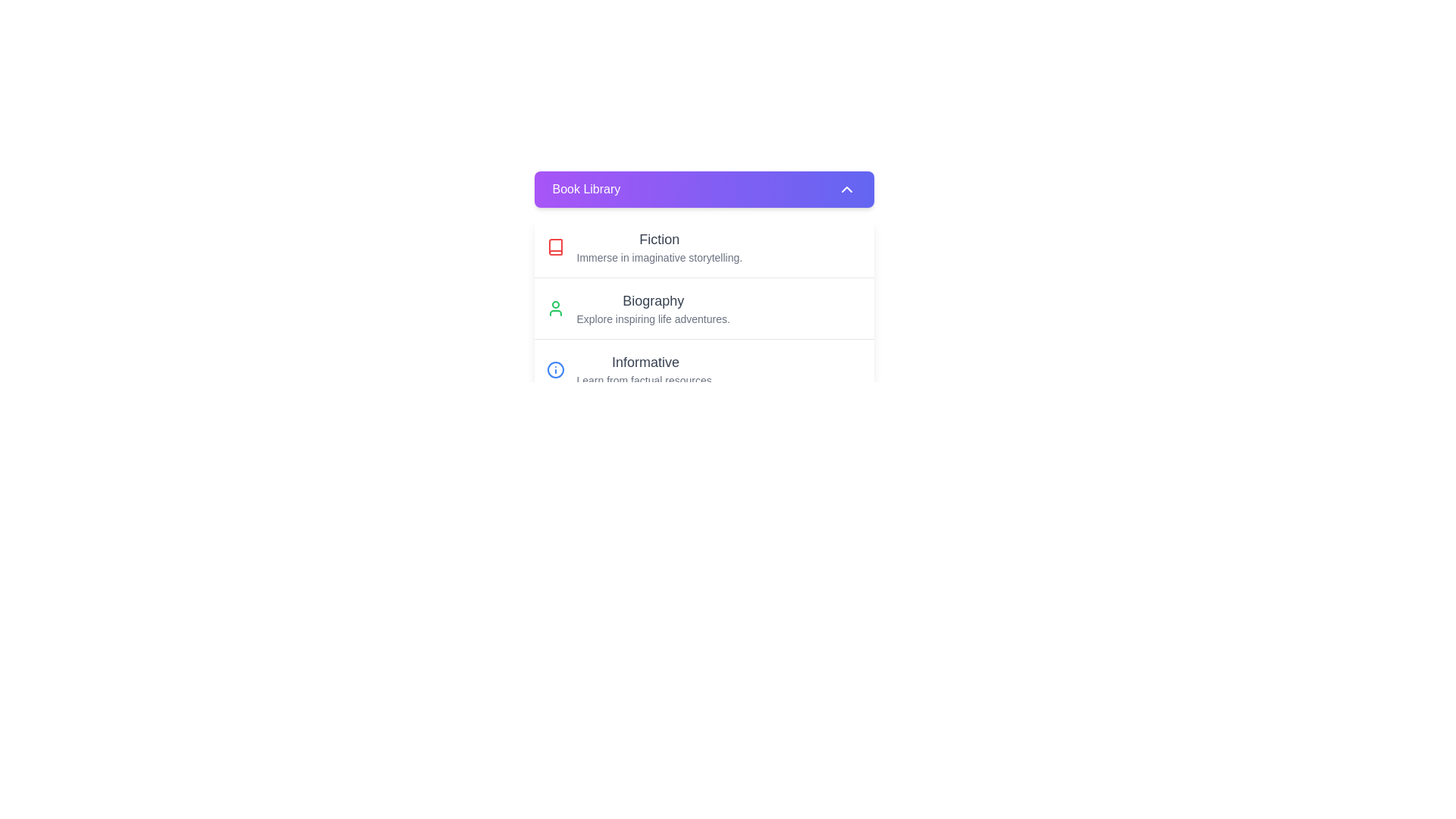 Image resolution: width=1456 pixels, height=819 pixels. Describe the element at coordinates (846, 189) in the screenshot. I see `the Chevron Up icon located in the top-right corner of the 'Book Library' section` at that location.